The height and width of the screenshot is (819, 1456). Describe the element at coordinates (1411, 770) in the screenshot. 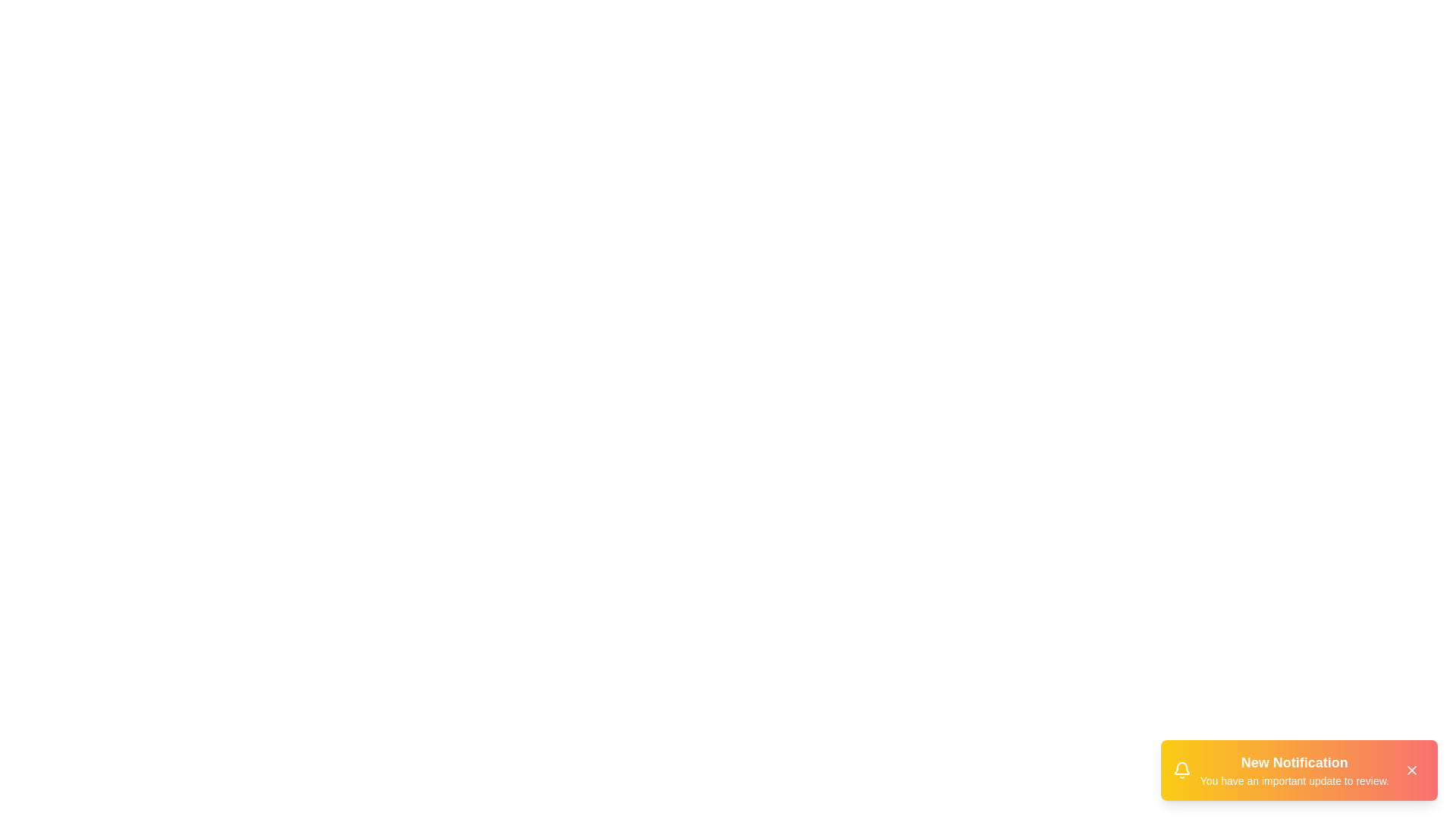

I see `the close button of the AlertSnackbar` at that location.